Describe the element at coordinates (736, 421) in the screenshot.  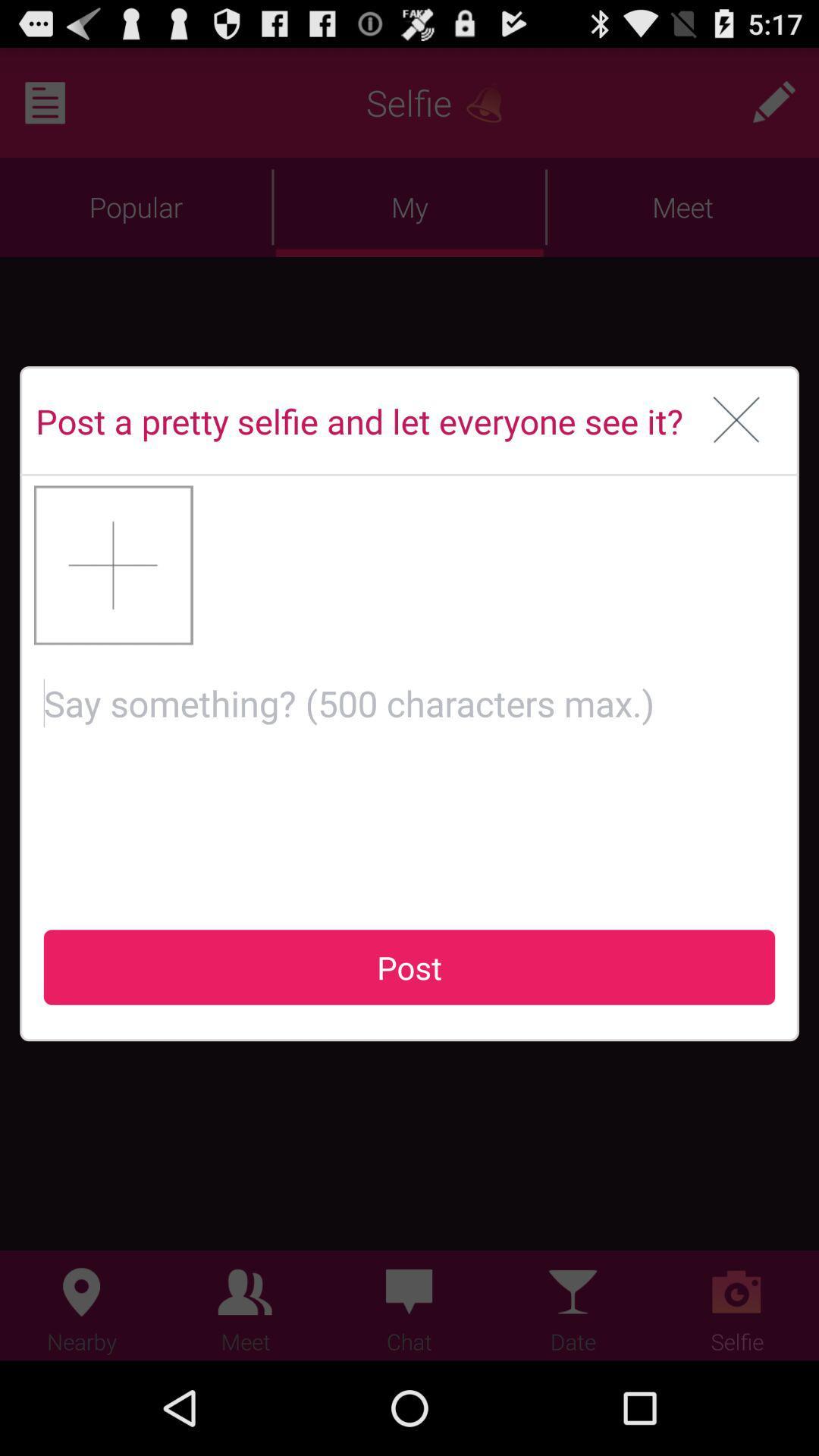
I see `box` at that location.